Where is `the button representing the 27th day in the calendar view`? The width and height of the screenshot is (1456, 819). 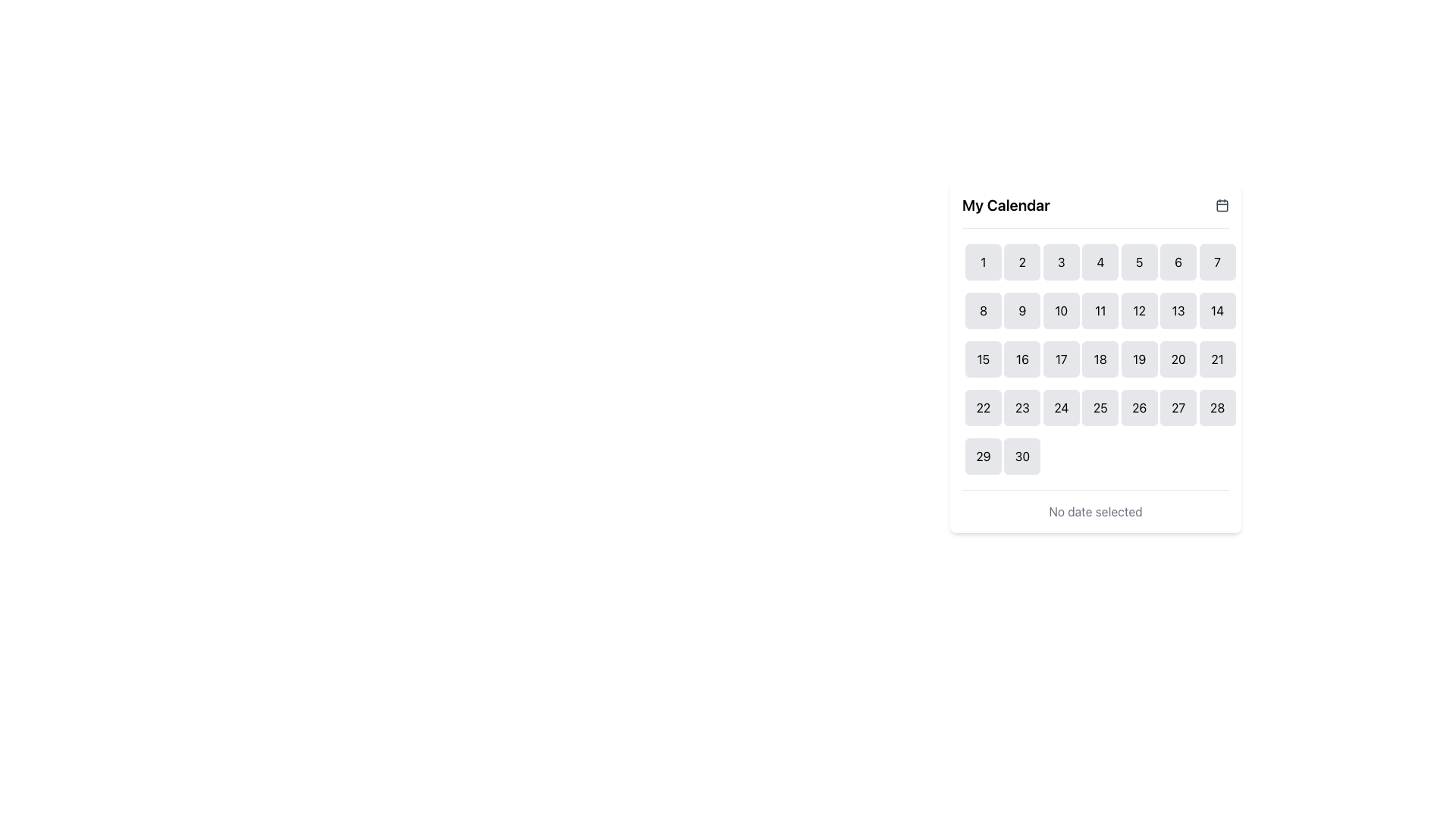 the button representing the 27th day in the calendar view is located at coordinates (1178, 406).